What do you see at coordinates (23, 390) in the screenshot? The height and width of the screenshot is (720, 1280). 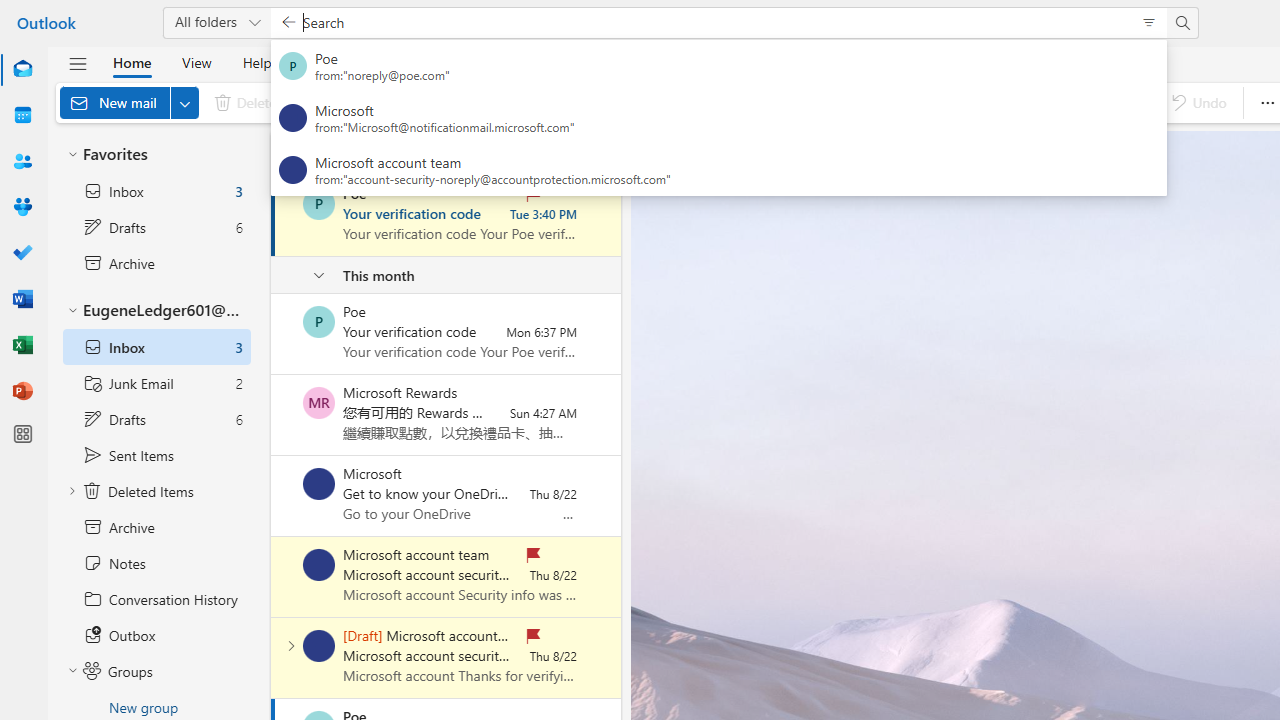 I see `'PowerPoint'` at bounding box center [23, 390].